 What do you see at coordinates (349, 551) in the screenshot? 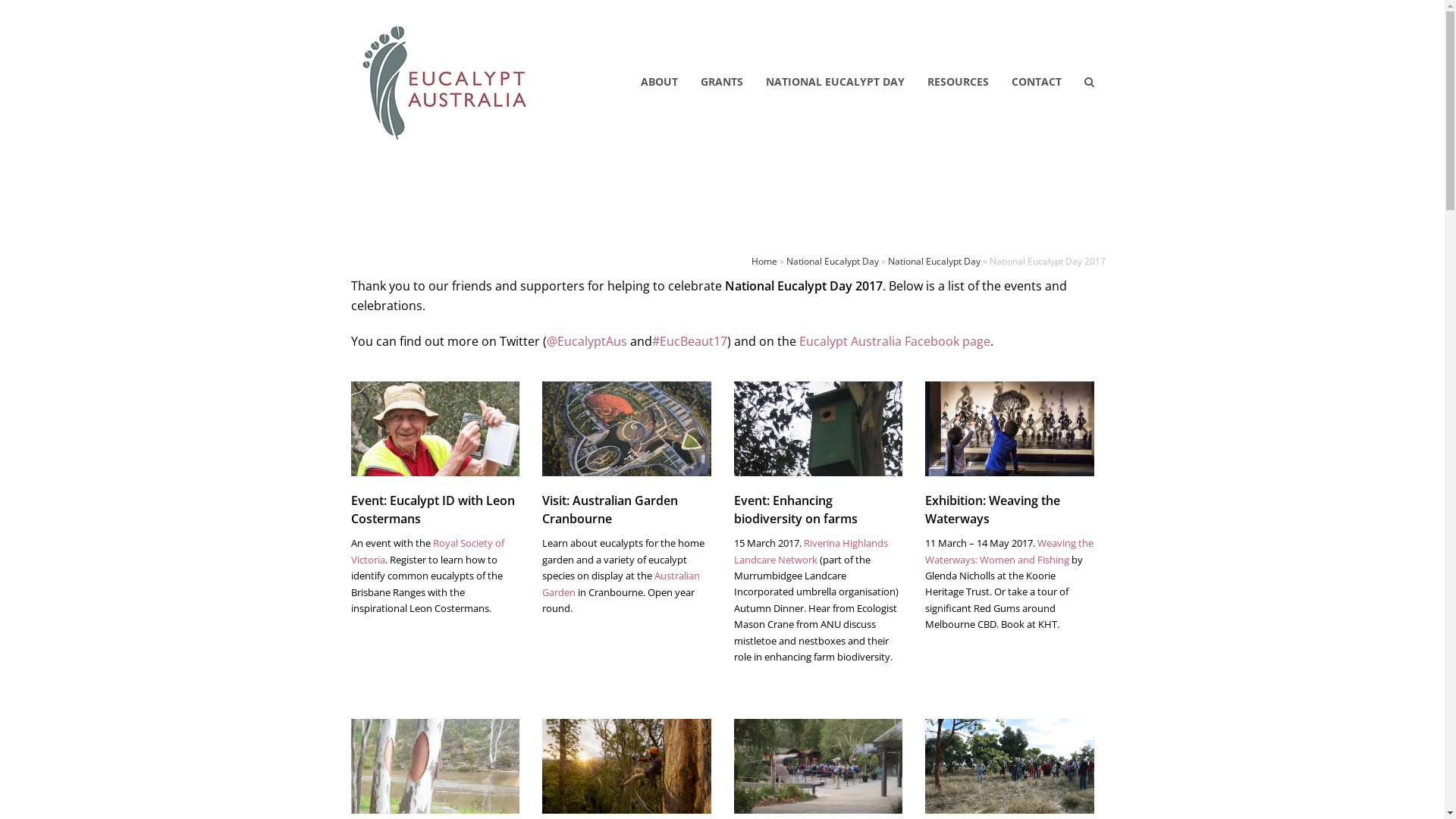
I see `'Royal Society of Victoria'` at bounding box center [349, 551].